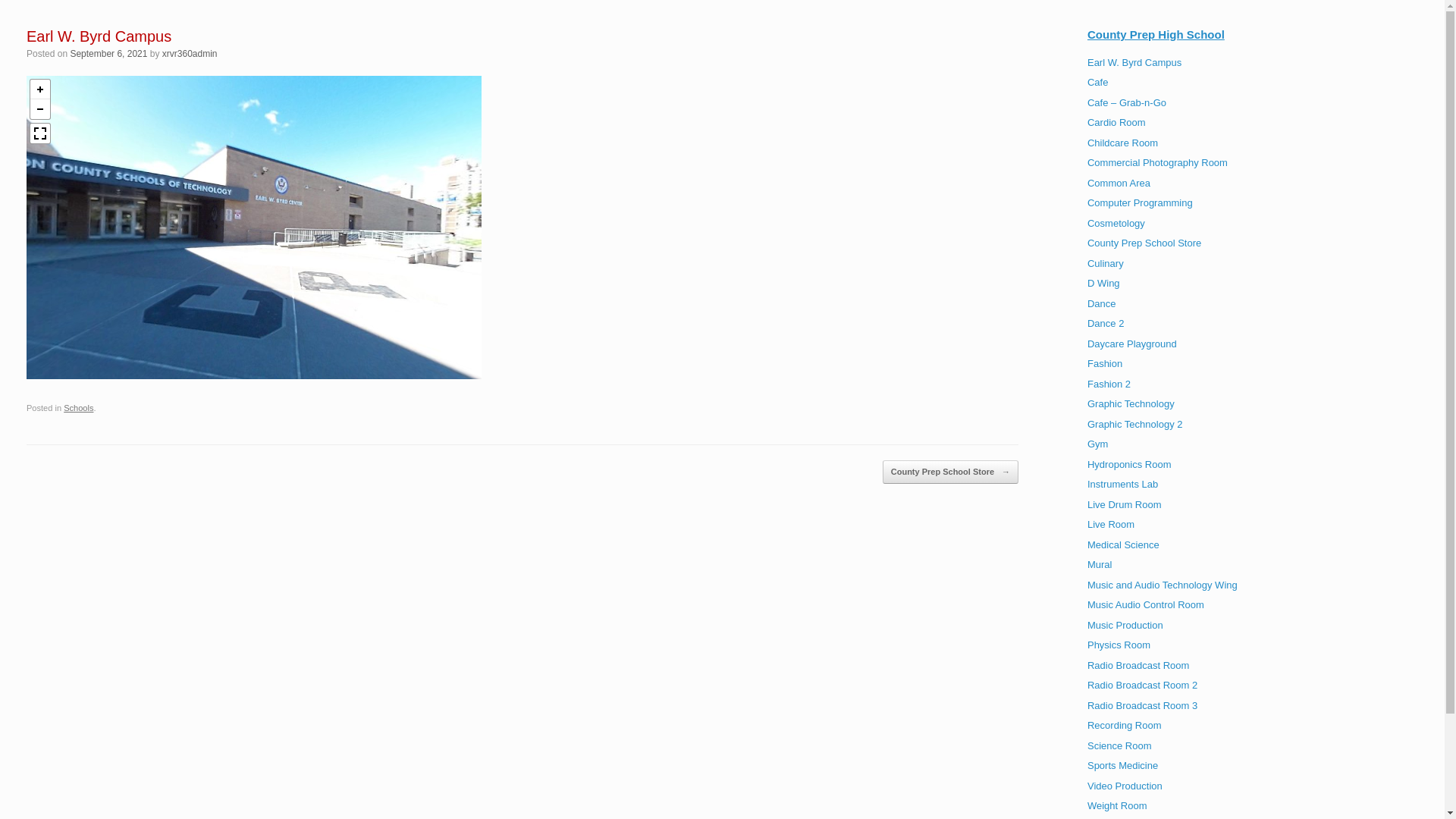 This screenshot has width=1456, height=819. I want to click on 'Video Production', so click(1087, 785).